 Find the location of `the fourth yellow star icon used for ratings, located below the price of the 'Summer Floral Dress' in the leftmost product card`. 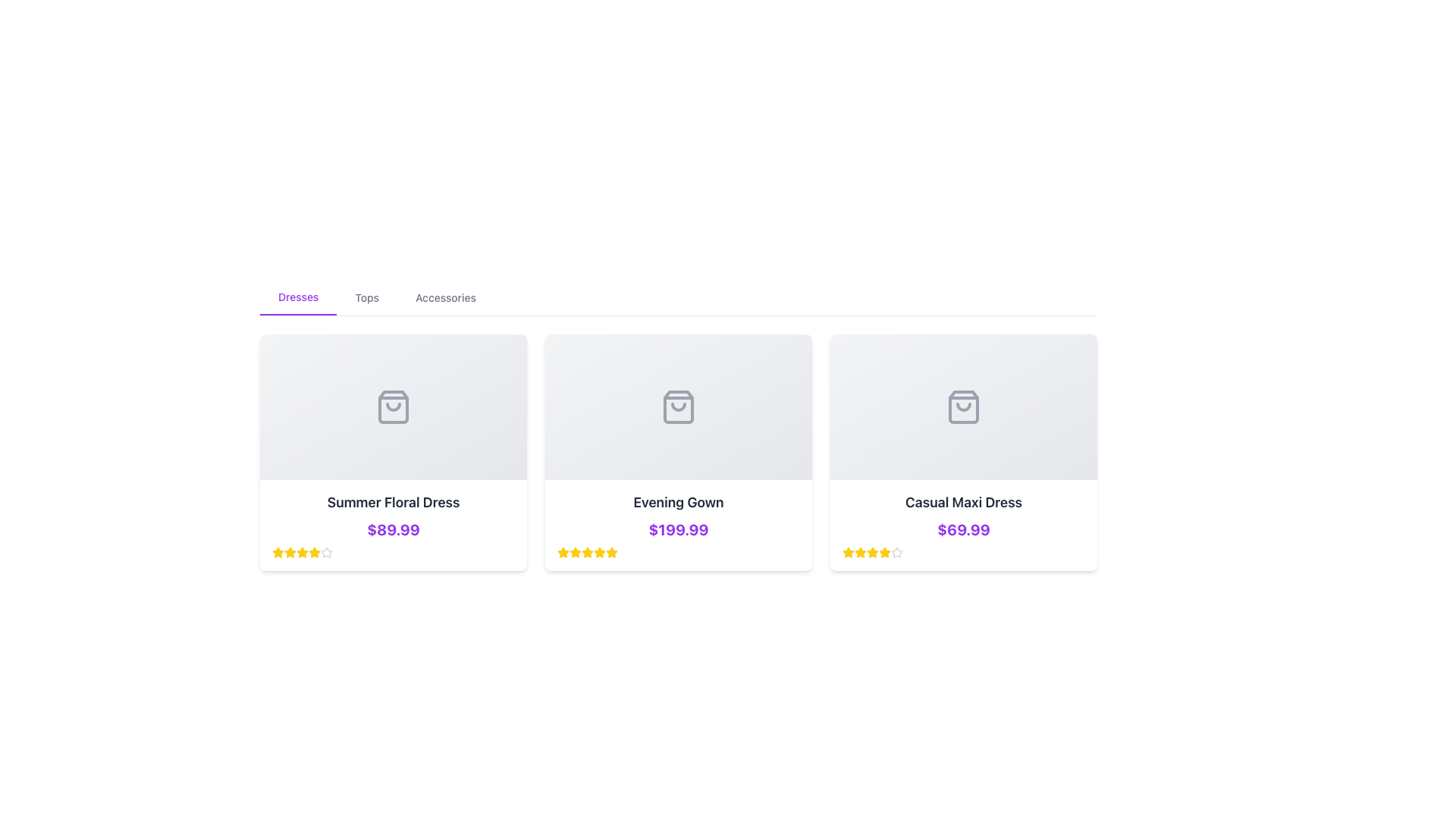

the fourth yellow star icon used for ratings, located below the price of the 'Summer Floral Dress' in the leftmost product card is located at coordinates (313, 552).